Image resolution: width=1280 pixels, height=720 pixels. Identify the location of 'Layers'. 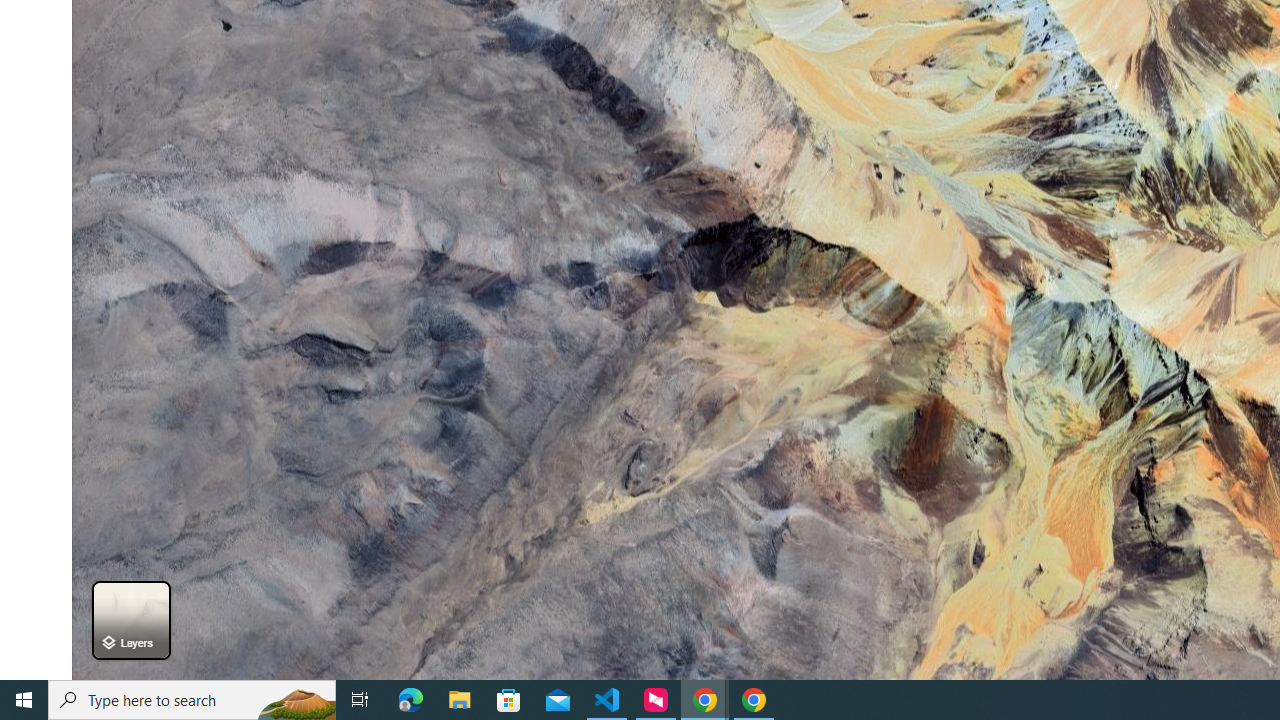
(130, 619).